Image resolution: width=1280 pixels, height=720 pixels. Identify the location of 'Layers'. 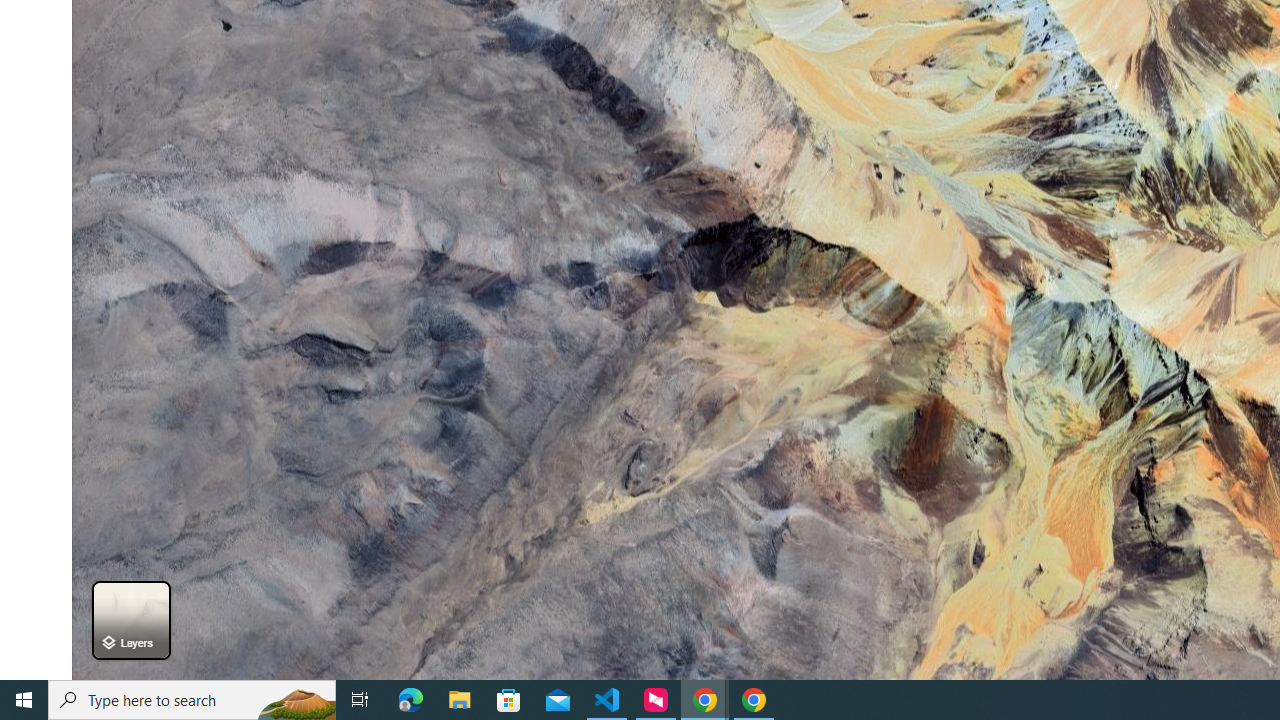
(130, 619).